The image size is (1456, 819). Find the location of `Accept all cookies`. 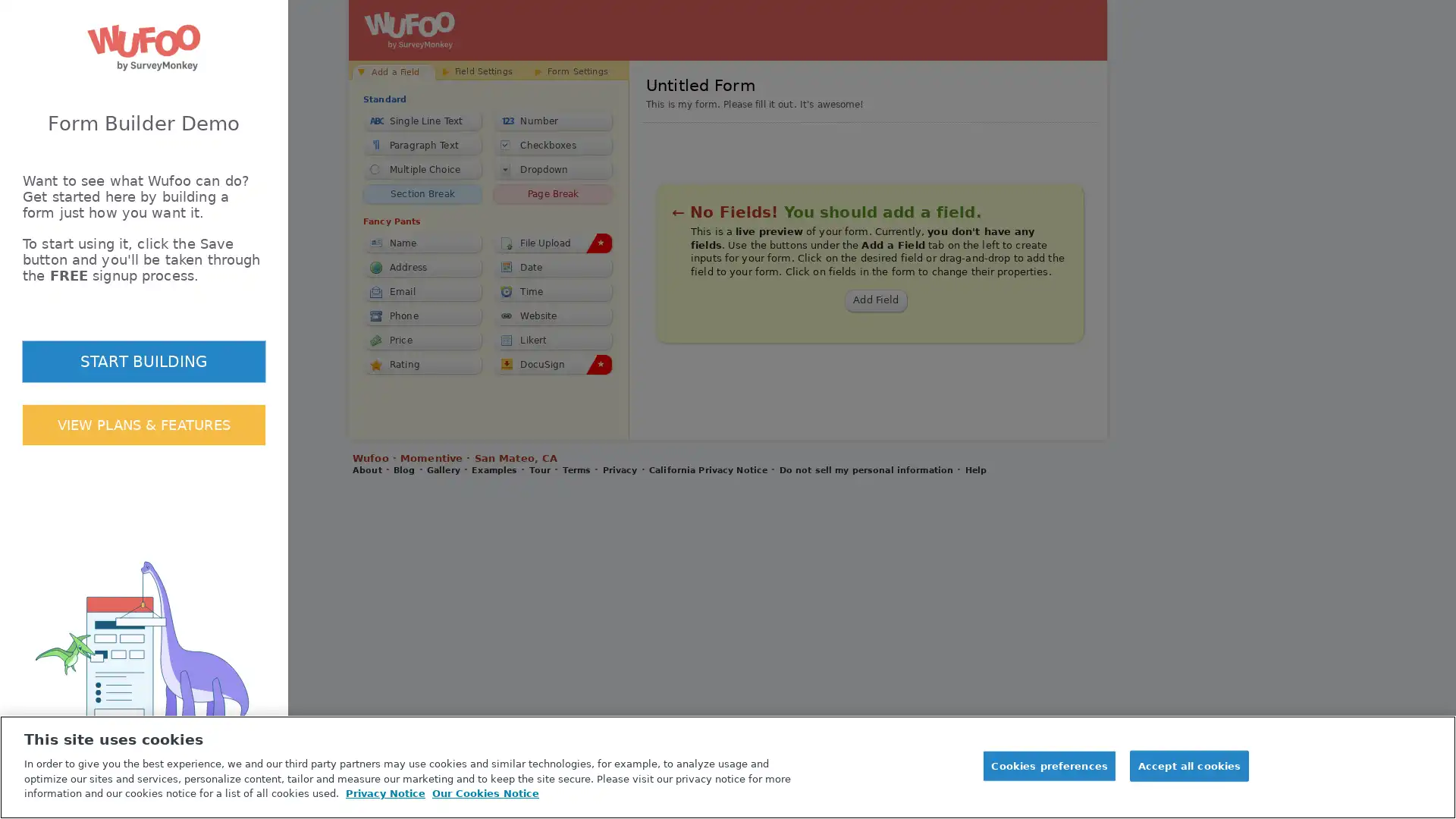

Accept all cookies is located at coordinates (1188, 766).